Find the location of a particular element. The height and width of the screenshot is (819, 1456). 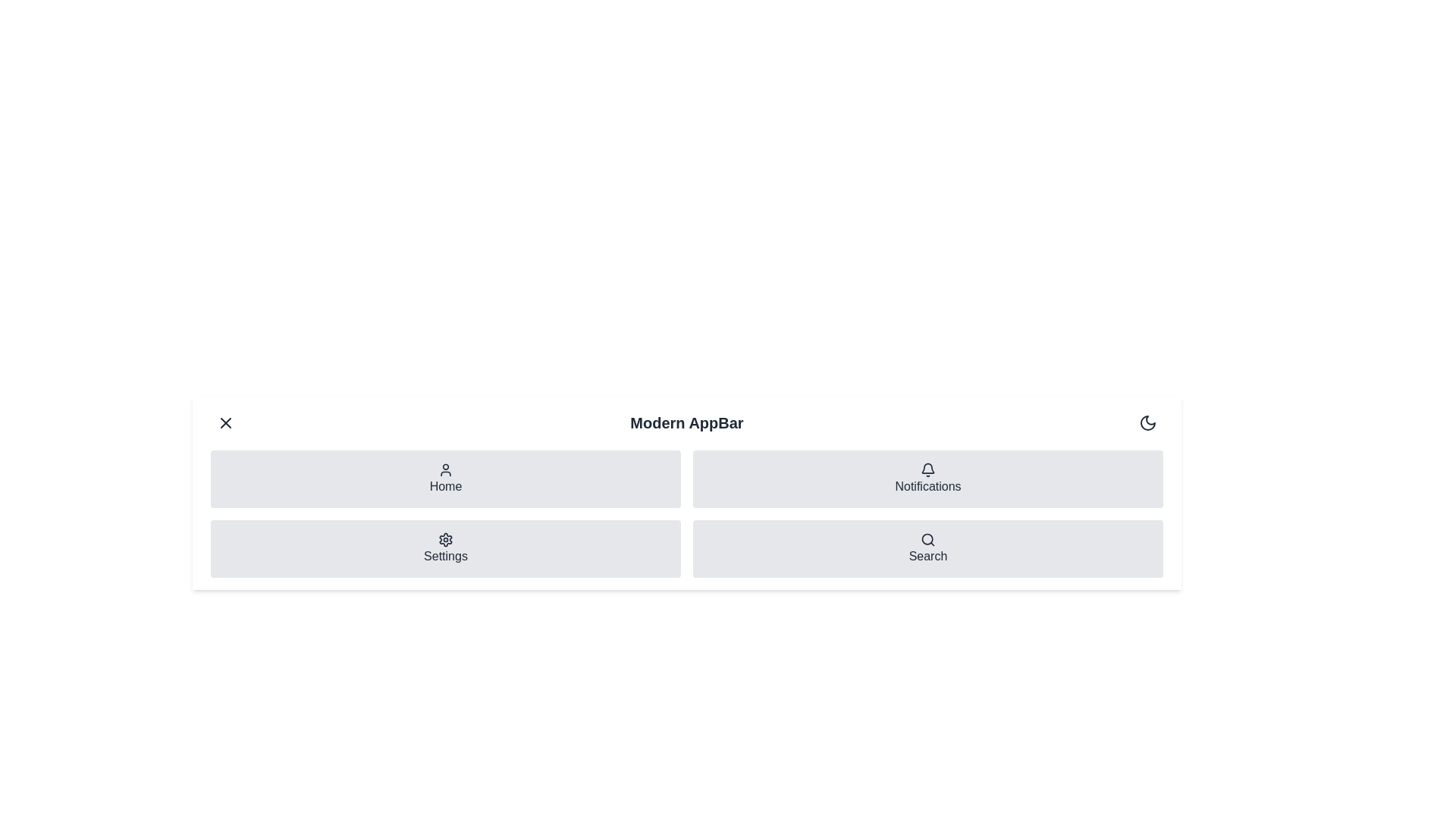

the toggle button to change the menu state is located at coordinates (224, 423).